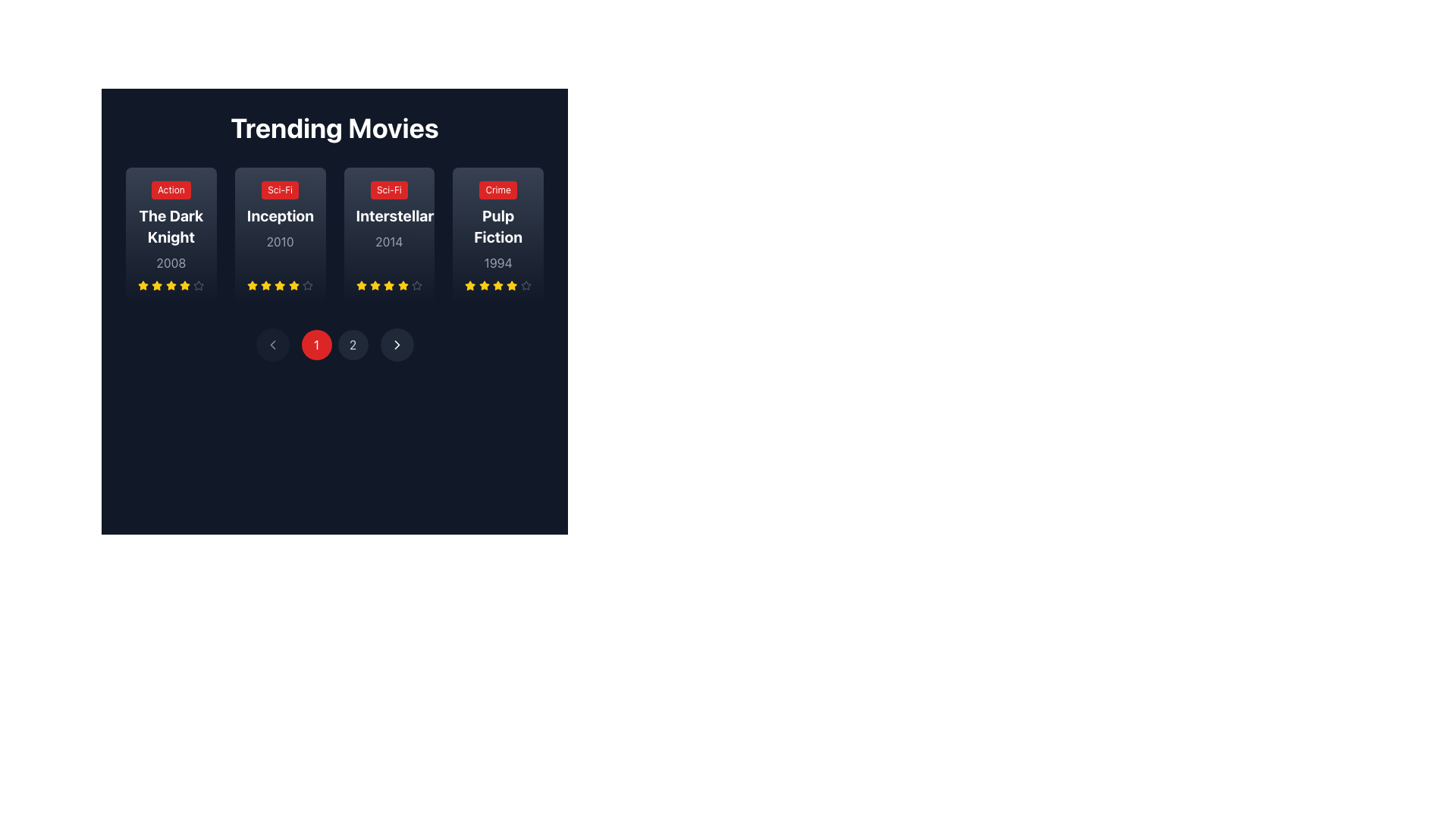 The image size is (1456, 819). I want to click on the Text Label indicating the genre of the movie 'Interstellar' (2014), located in the top-left corner of its movie card under 'Trending Movies', so click(389, 189).